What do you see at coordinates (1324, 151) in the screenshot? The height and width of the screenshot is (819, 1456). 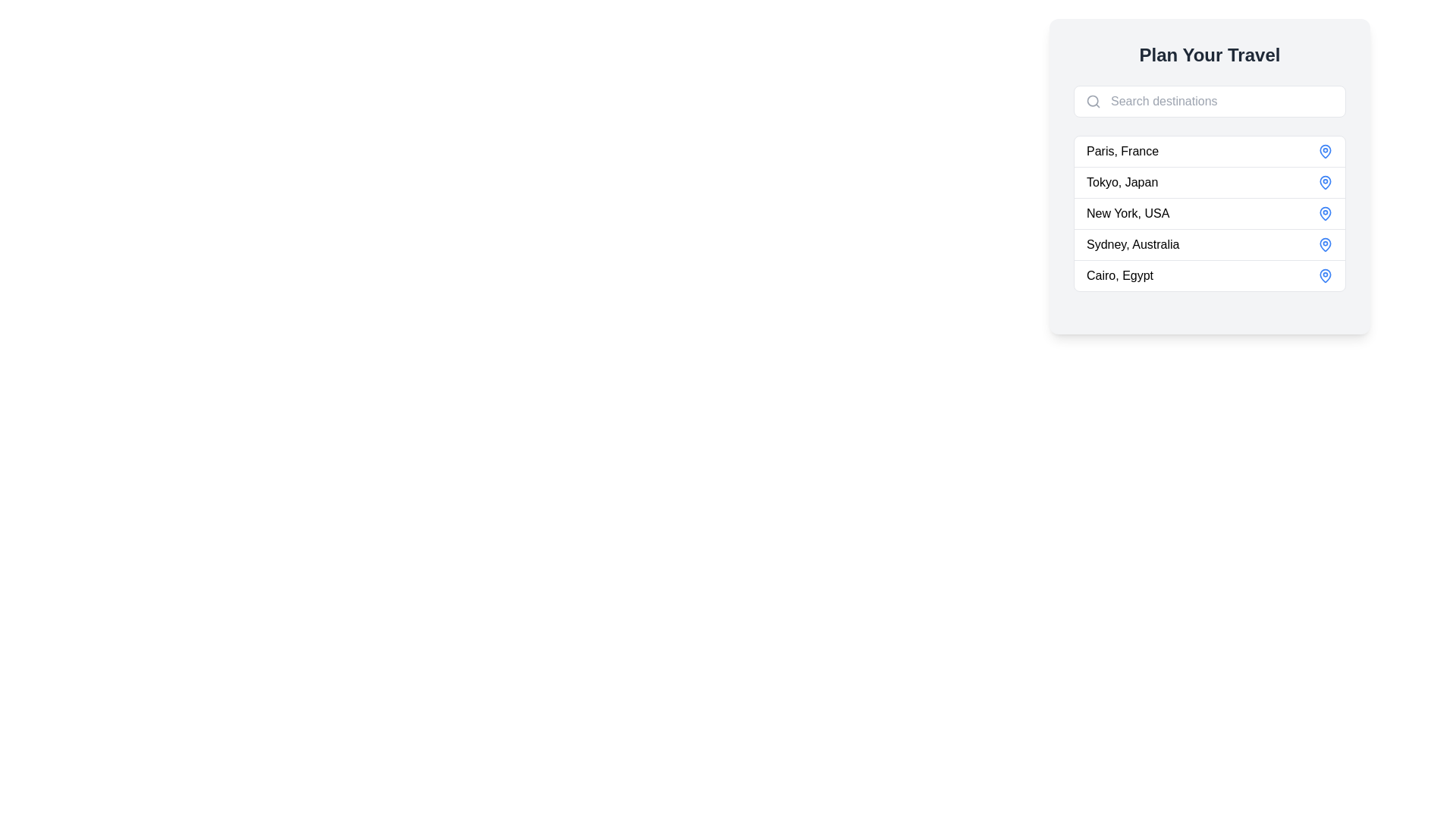 I see `the blue pin icon associated with 'Paris, France' in the first list item` at bounding box center [1324, 151].